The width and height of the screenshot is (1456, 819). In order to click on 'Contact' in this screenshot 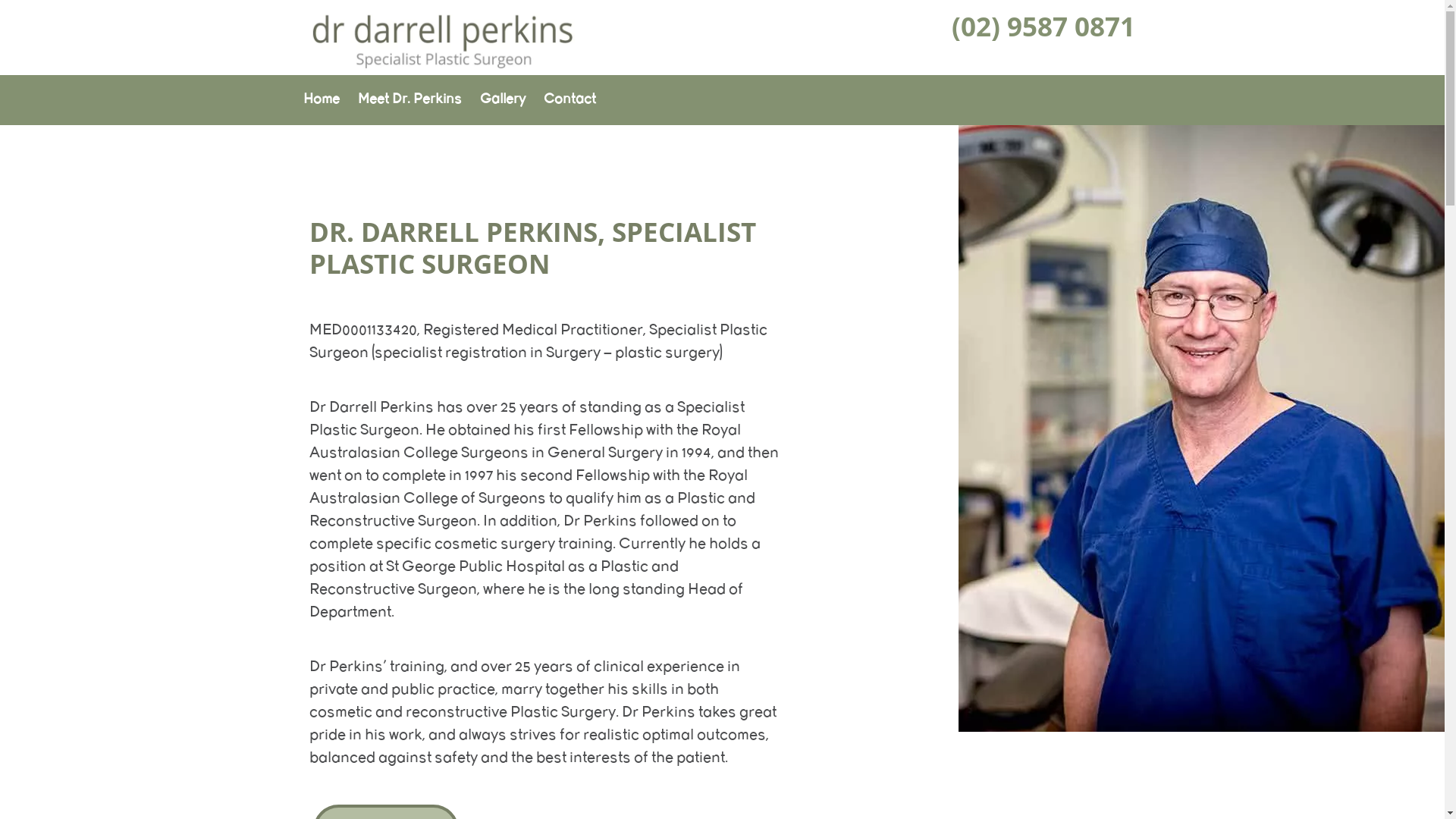, I will do `click(568, 99)`.